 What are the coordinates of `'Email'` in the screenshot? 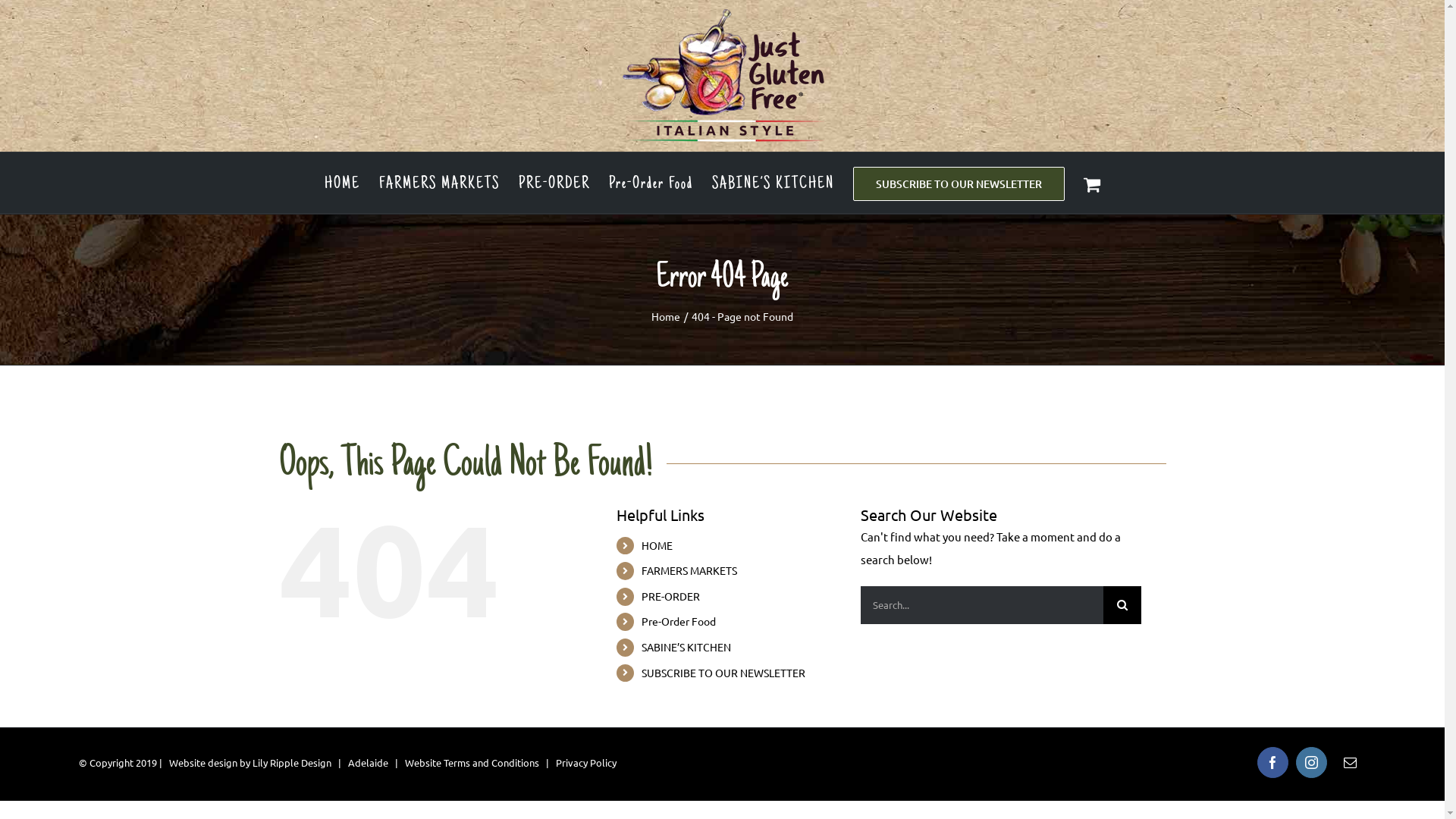 It's located at (1350, 762).